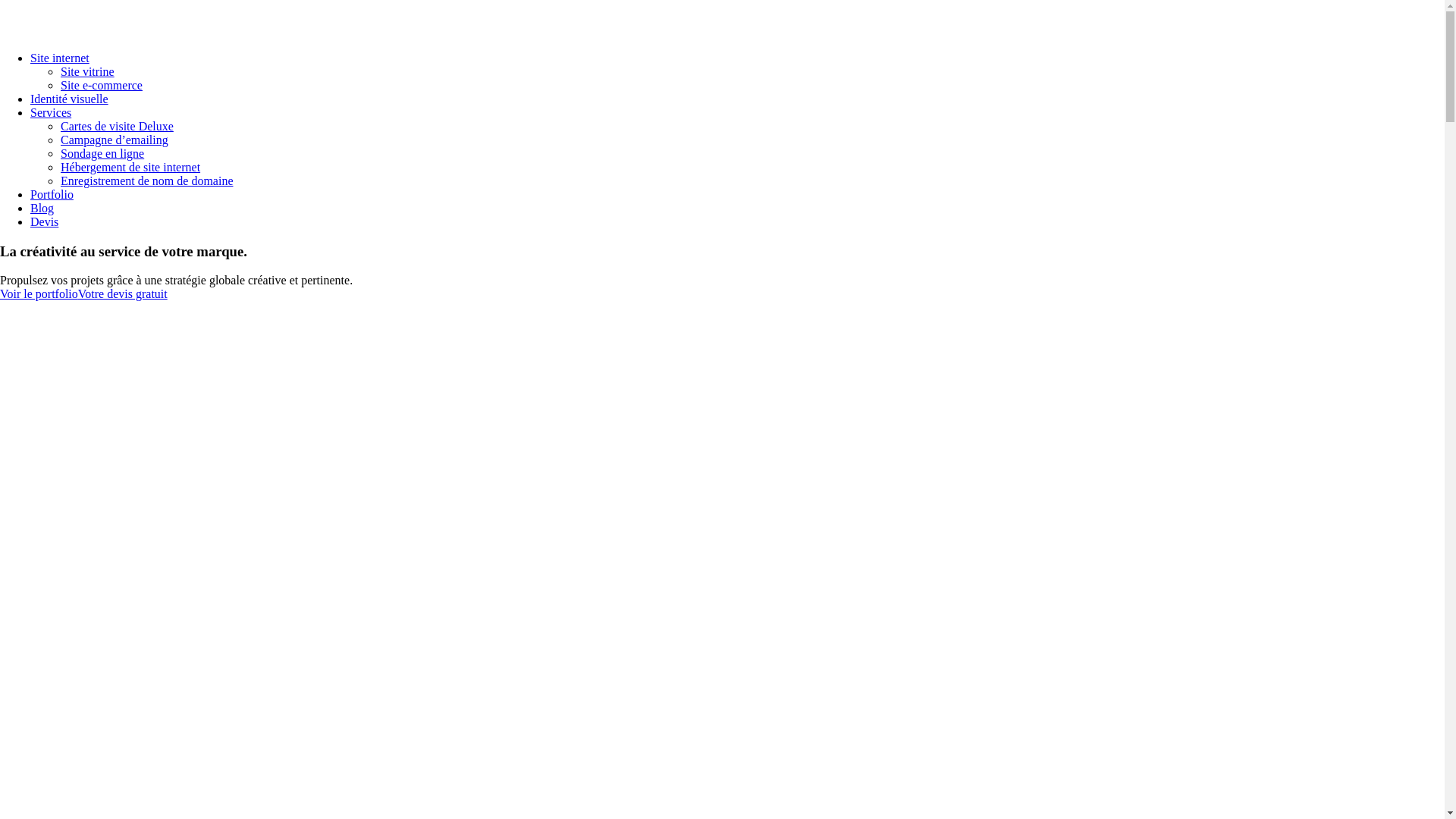 Image resolution: width=1456 pixels, height=819 pixels. What do you see at coordinates (52, 193) in the screenshot?
I see `'Portfolio'` at bounding box center [52, 193].